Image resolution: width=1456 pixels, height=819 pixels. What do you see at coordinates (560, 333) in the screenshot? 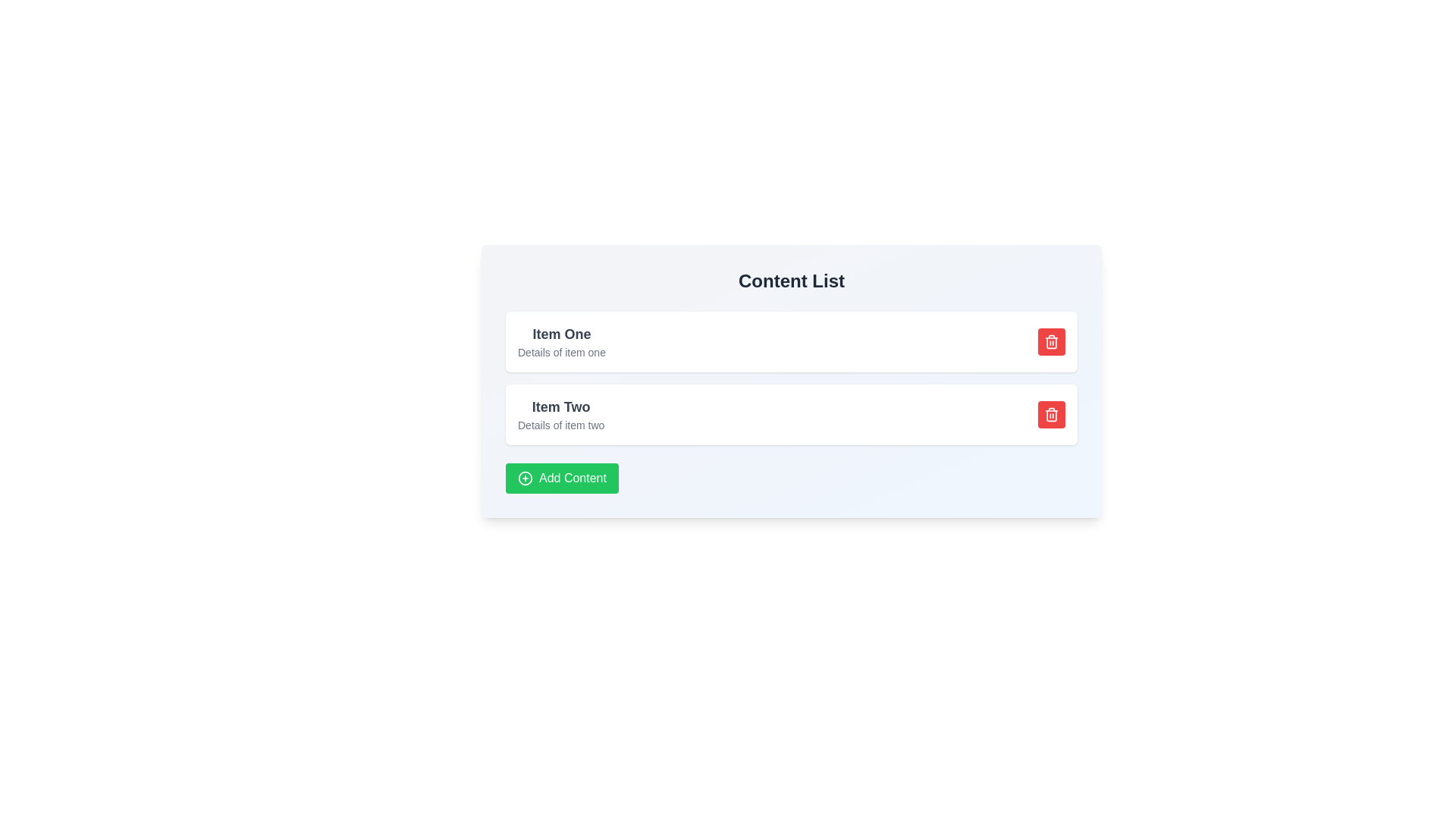
I see `the 'Item One' text label, which is styled in bold and larger size, located at the top of a rectangular card in a vertical list layout` at bounding box center [560, 333].